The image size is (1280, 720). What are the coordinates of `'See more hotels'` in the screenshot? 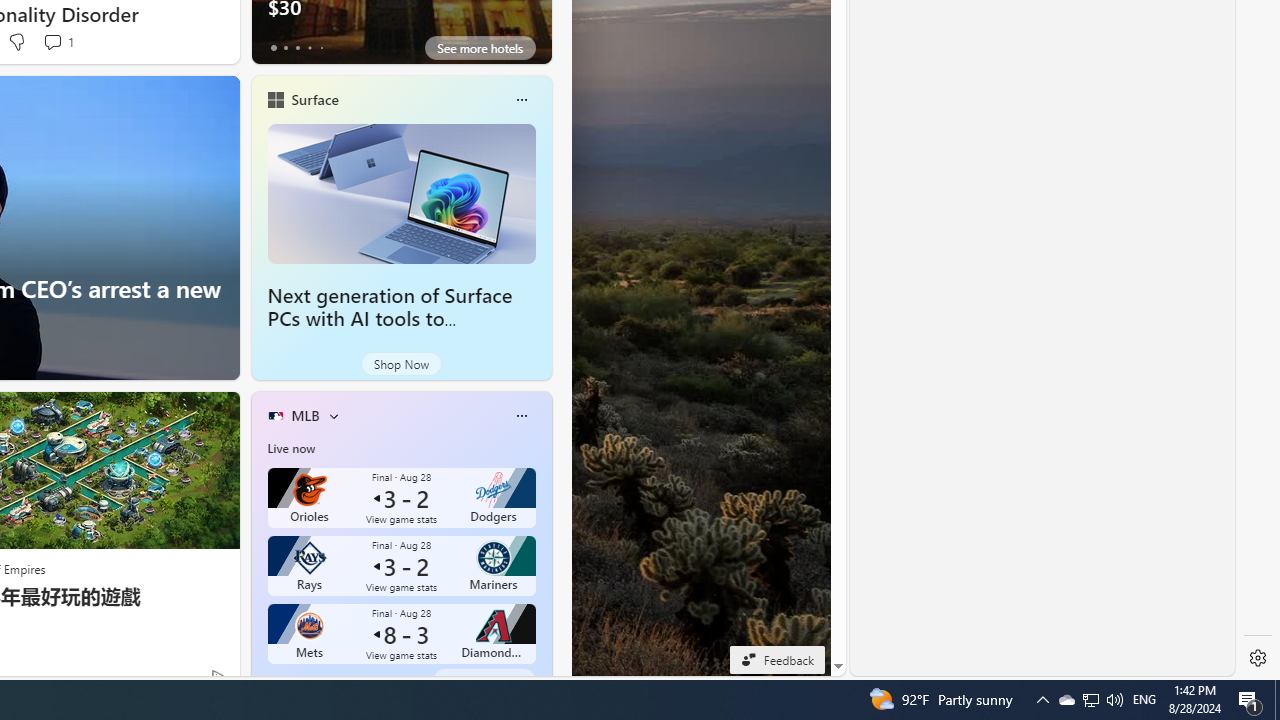 It's located at (480, 46).